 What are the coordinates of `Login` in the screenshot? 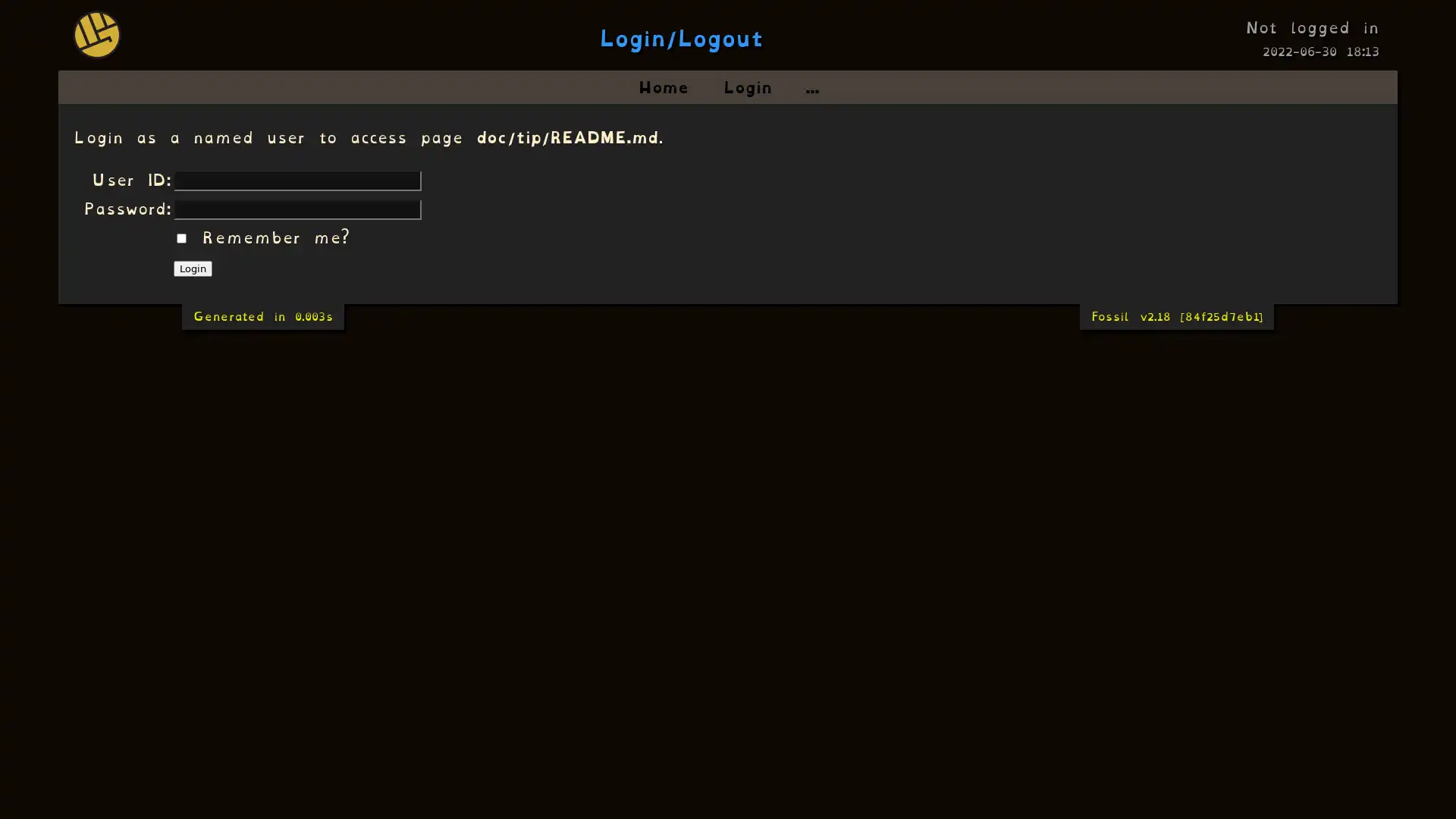 It's located at (192, 268).